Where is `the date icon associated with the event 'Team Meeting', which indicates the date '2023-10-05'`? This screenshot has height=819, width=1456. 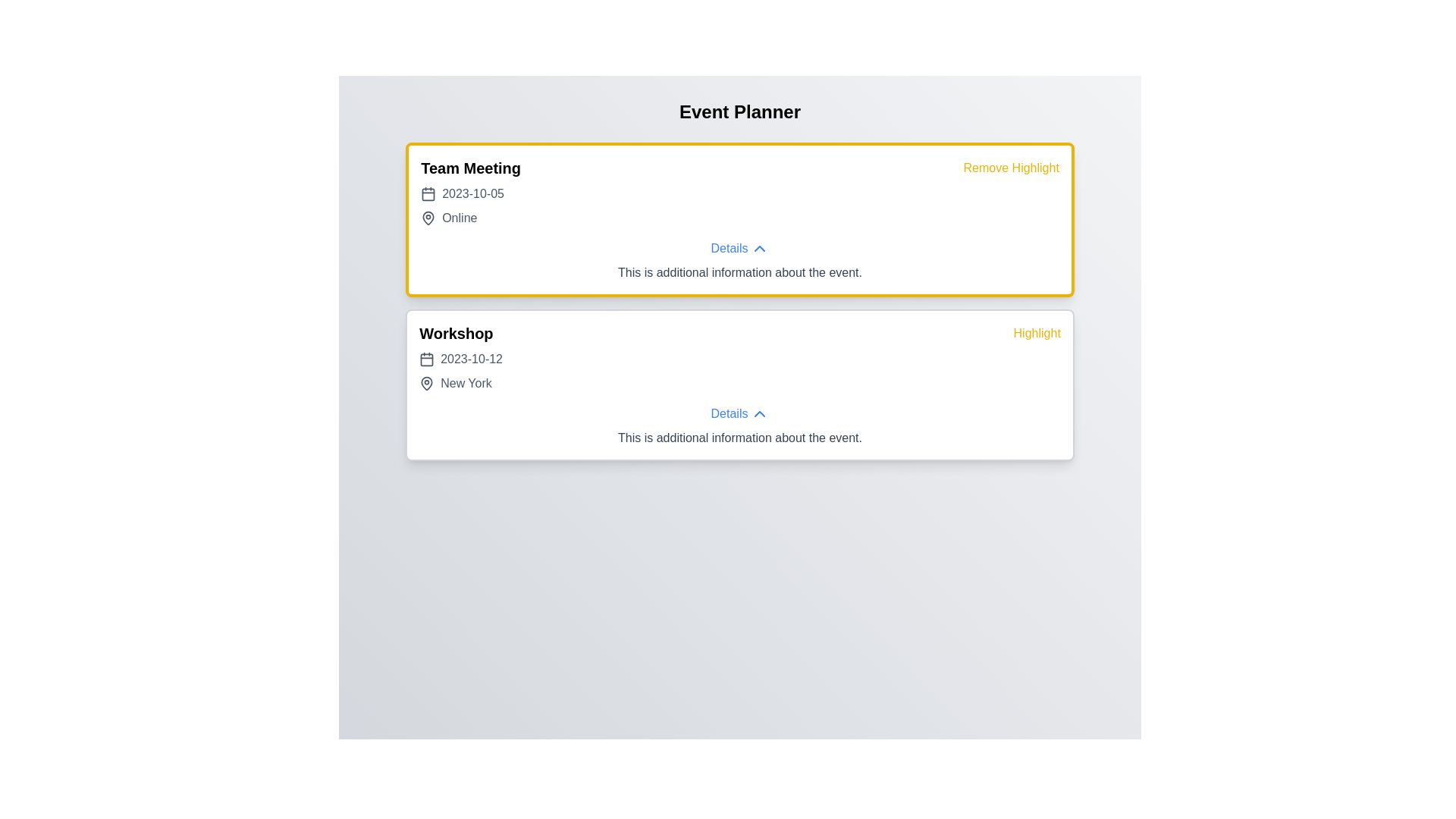 the date icon associated with the event 'Team Meeting', which indicates the date '2023-10-05' is located at coordinates (428, 193).